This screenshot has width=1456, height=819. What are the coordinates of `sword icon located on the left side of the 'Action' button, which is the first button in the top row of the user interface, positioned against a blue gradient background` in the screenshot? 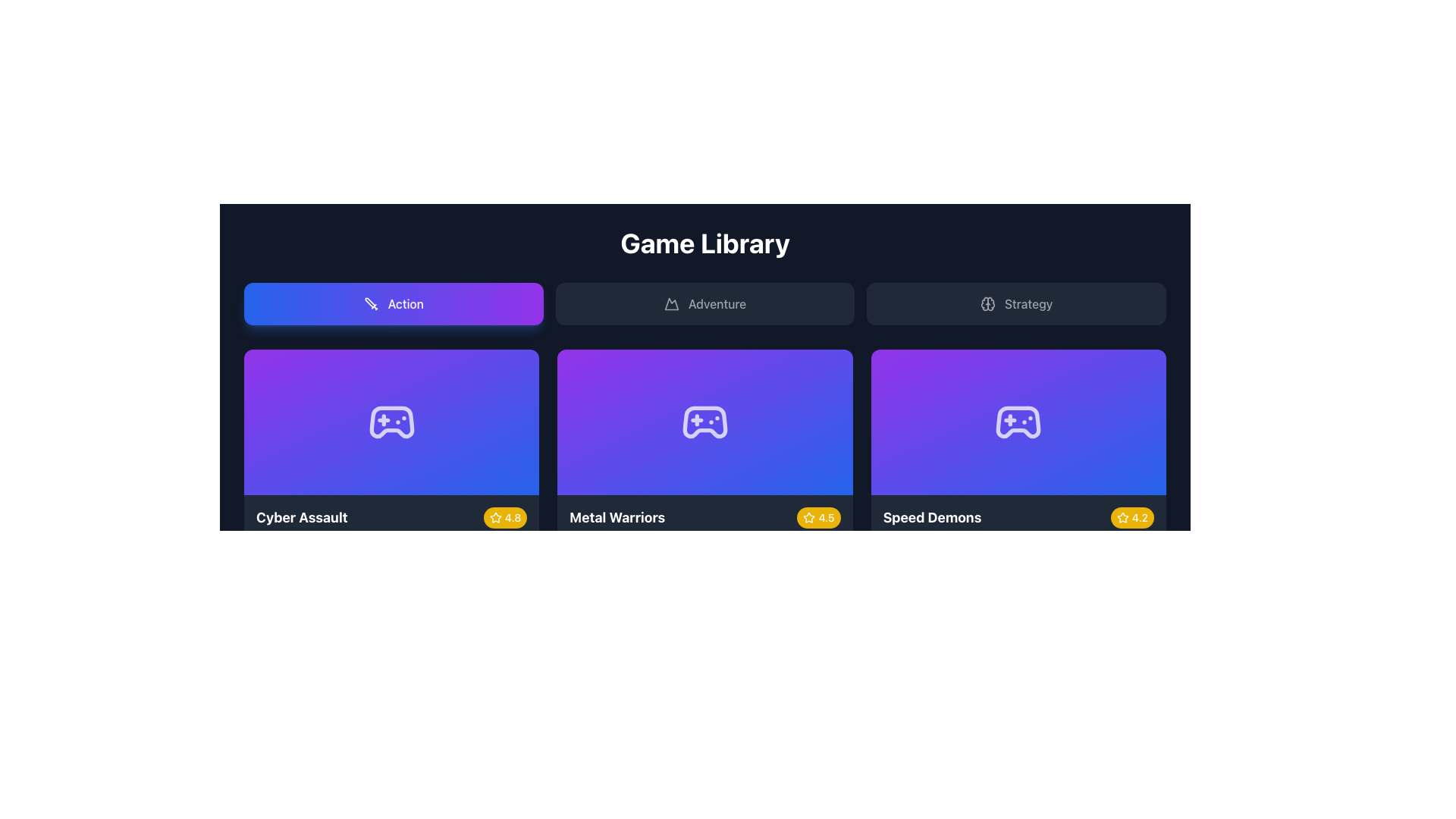 It's located at (371, 304).